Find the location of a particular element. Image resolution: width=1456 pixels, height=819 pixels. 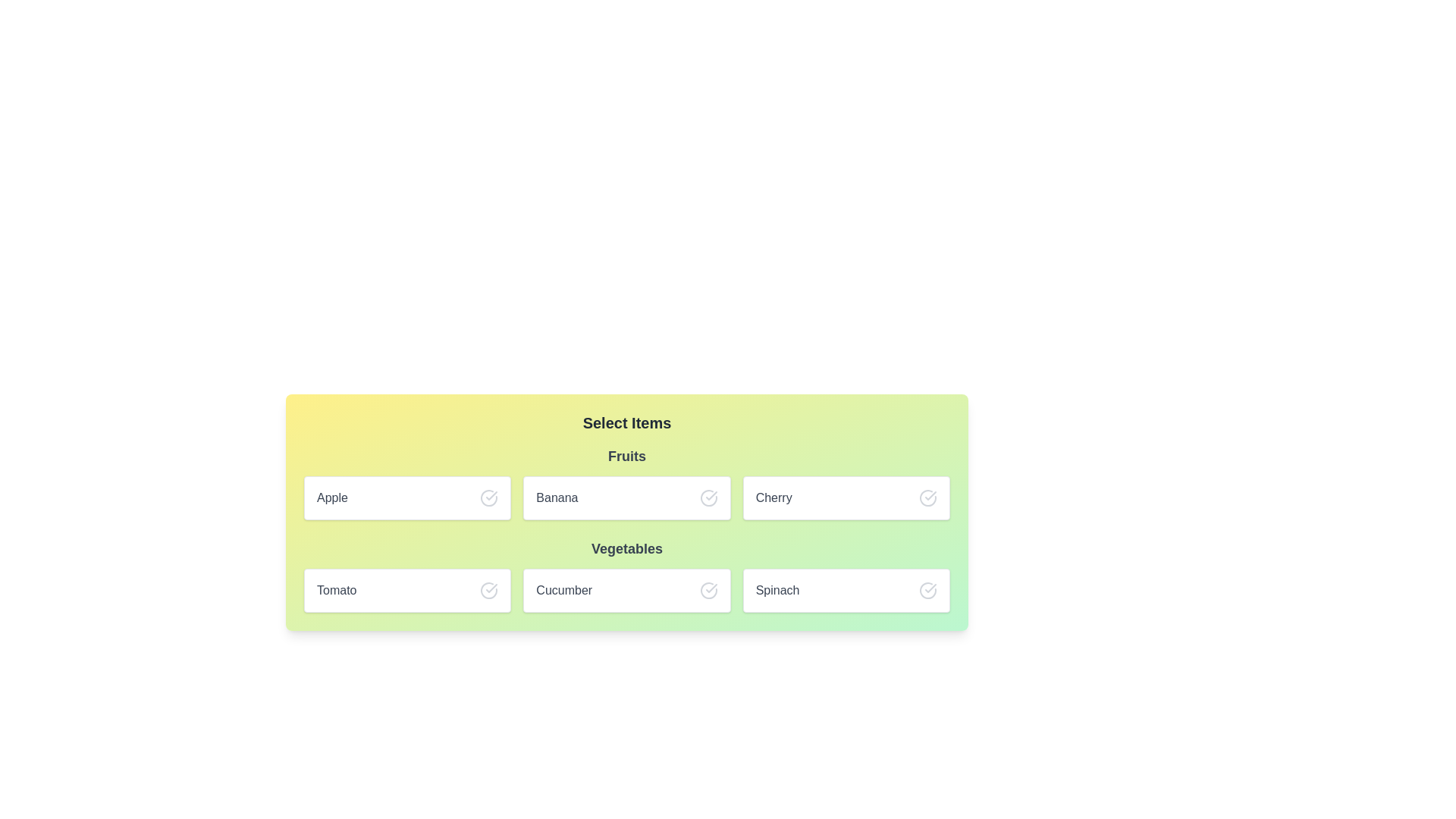

the circular SVG icon with a checkmark inside, located to the right of the label text 'Cucumber' in the 'Vegetables' row is located at coordinates (708, 590).